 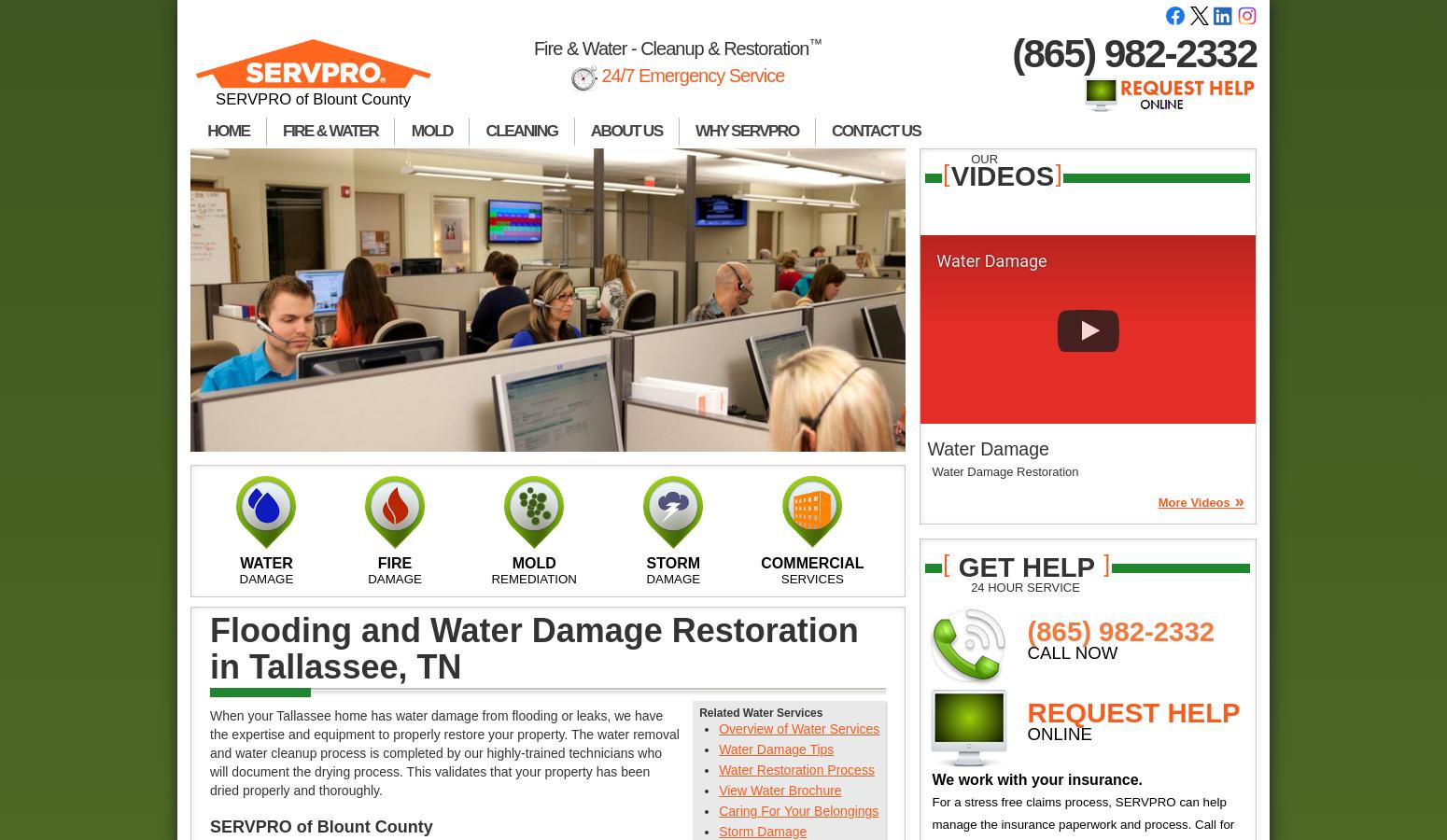 I want to click on 'ABOUT US', so click(x=588, y=131).